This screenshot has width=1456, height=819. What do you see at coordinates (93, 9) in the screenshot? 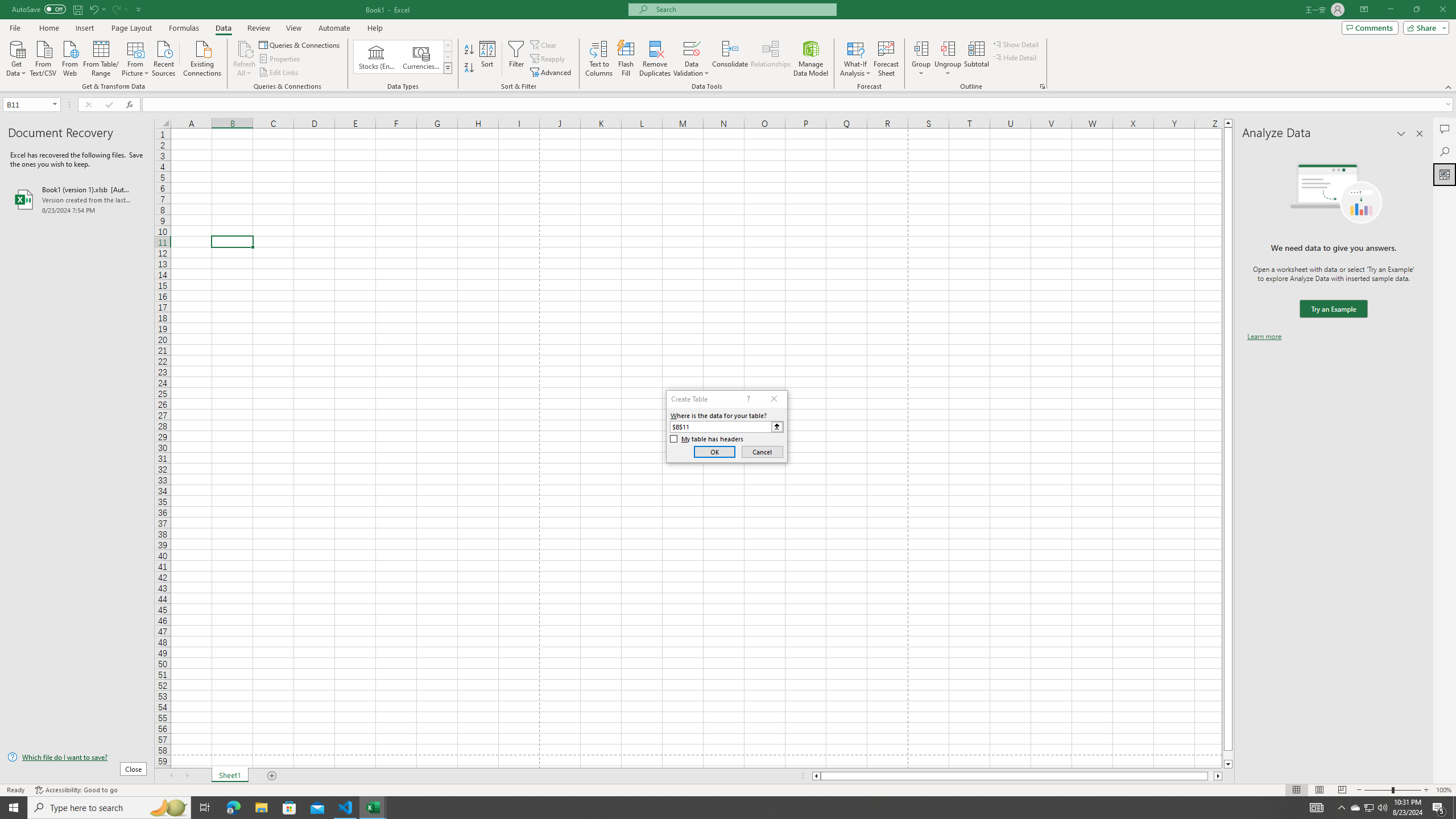
I see `'Undo'` at bounding box center [93, 9].